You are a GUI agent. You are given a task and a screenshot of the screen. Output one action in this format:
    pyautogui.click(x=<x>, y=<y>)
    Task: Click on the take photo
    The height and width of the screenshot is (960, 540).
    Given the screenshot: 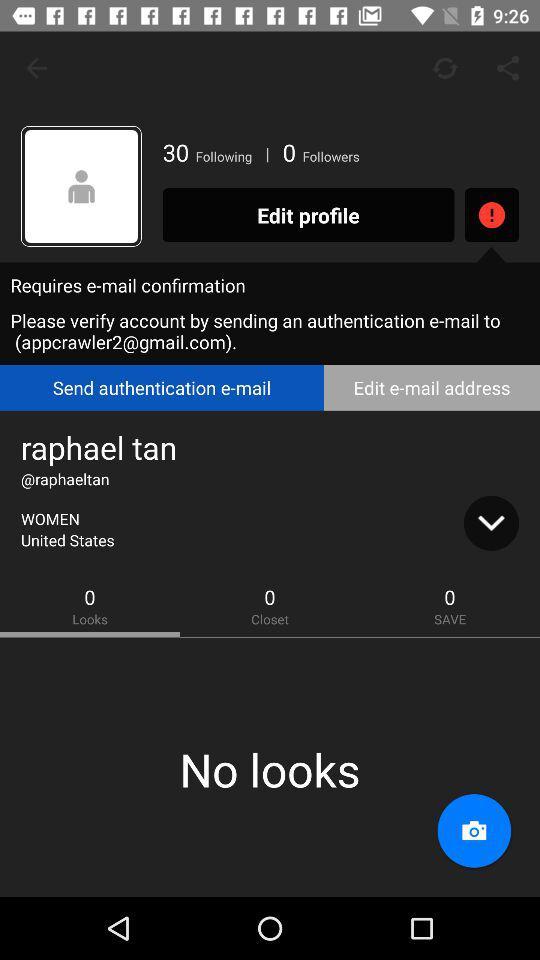 What is the action you would take?
    pyautogui.click(x=473, y=831)
    